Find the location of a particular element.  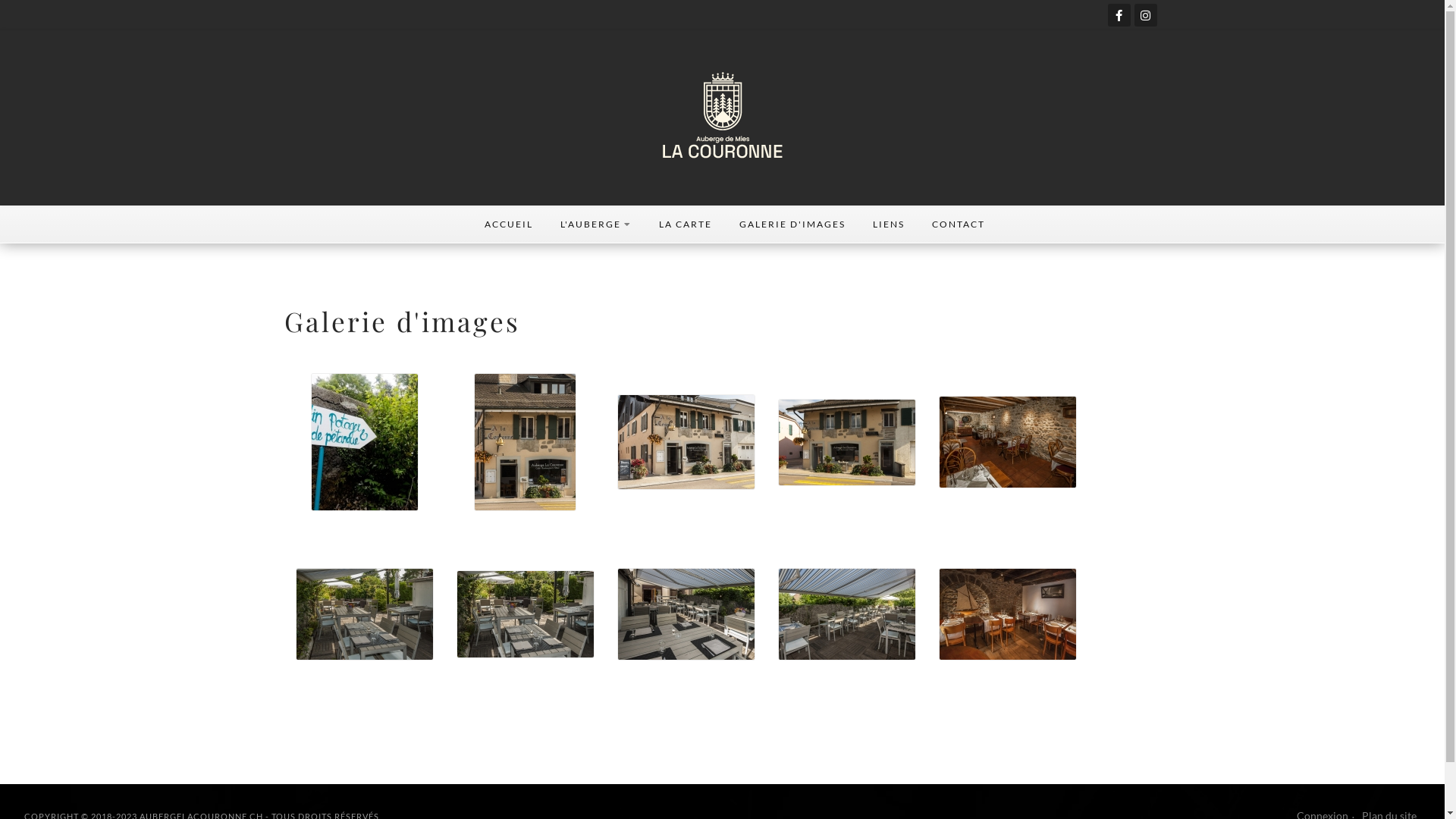

'LA CARTE' is located at coordinates (644, 224).